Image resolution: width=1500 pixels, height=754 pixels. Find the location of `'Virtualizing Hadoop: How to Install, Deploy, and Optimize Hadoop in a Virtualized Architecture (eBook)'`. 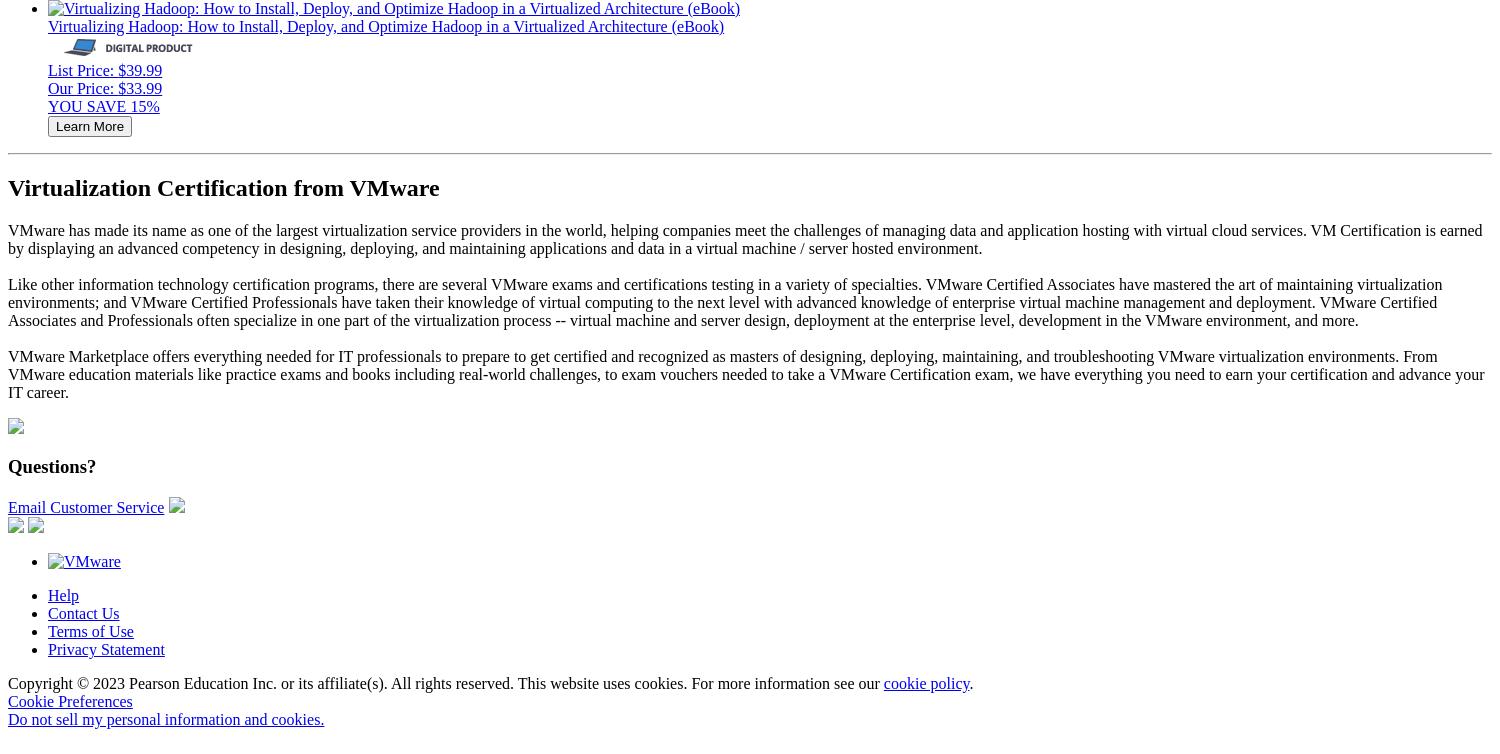

'Virtualizing Hadoop: How to Install, Deploy, and Optimize Hadoop in a Virtualized Architecture (eBook)' is located at coordinates (385, 25).